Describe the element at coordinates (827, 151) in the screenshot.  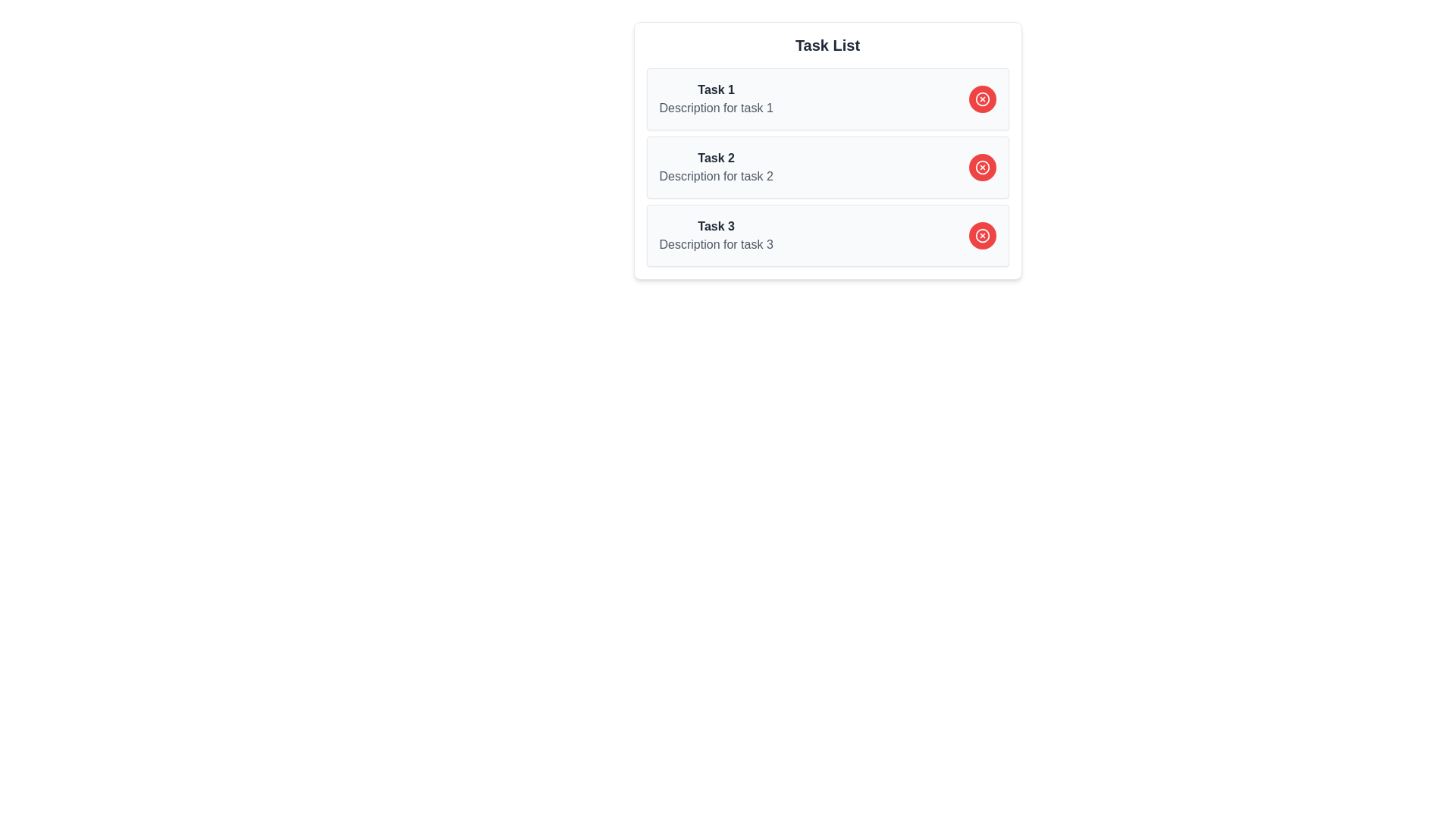
I see `the second task entry titled 'Task 2' in the task list` at that location.